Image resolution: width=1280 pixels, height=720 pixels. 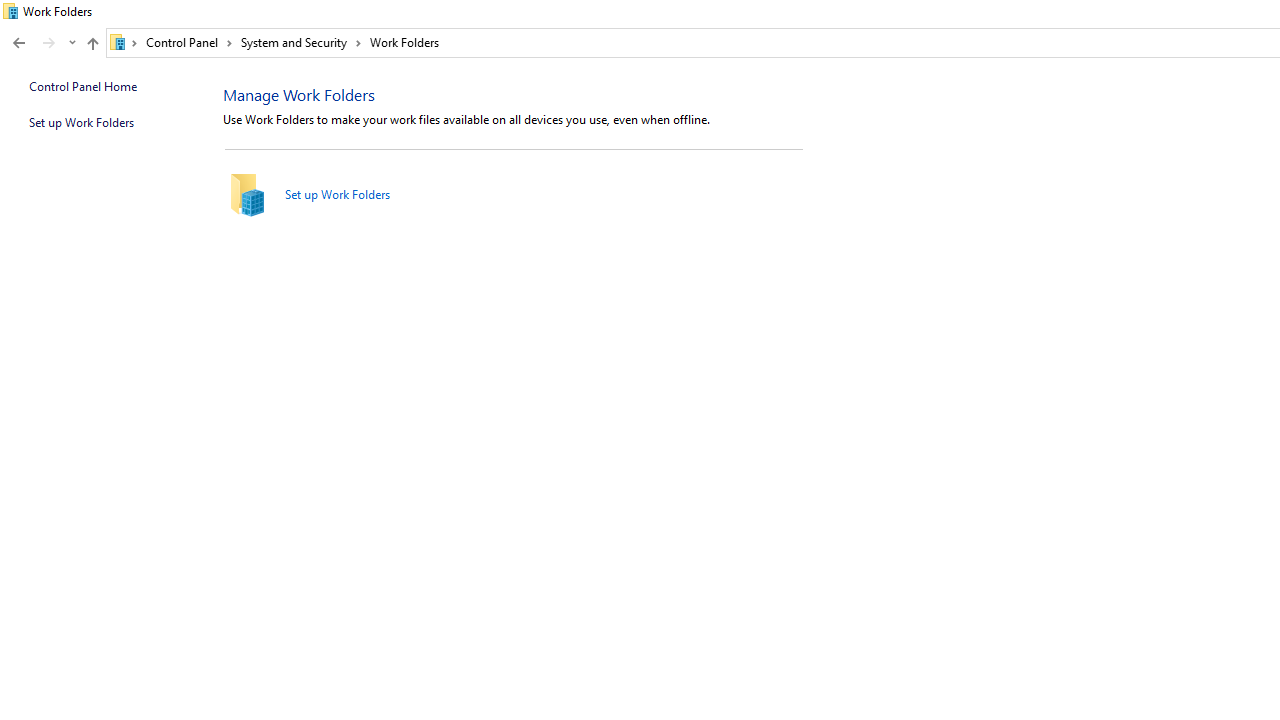 What do you see at coordinates (71, 43) in the screenshot?
I see `'Recent locations'` at bounding box center [71, 43].